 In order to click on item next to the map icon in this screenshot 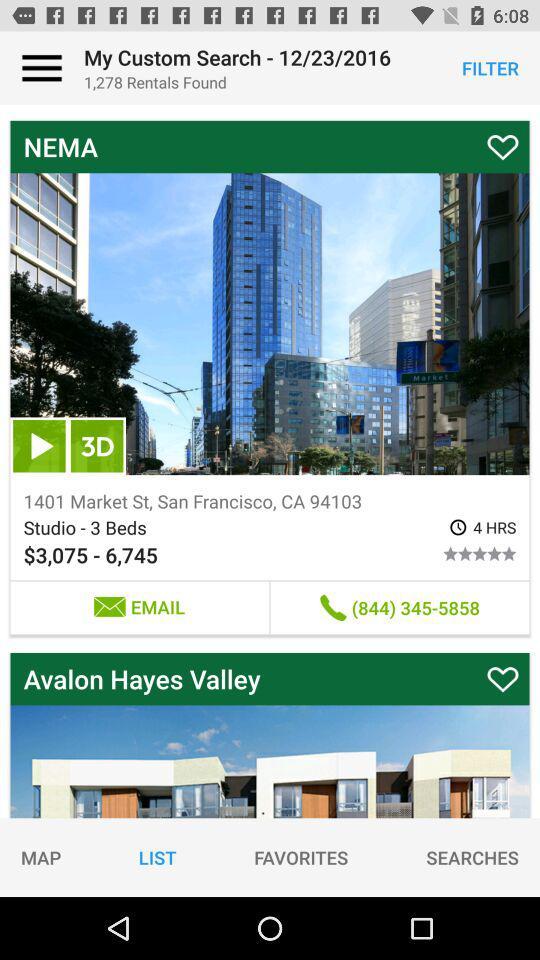, I will do `click(156, 856)`.